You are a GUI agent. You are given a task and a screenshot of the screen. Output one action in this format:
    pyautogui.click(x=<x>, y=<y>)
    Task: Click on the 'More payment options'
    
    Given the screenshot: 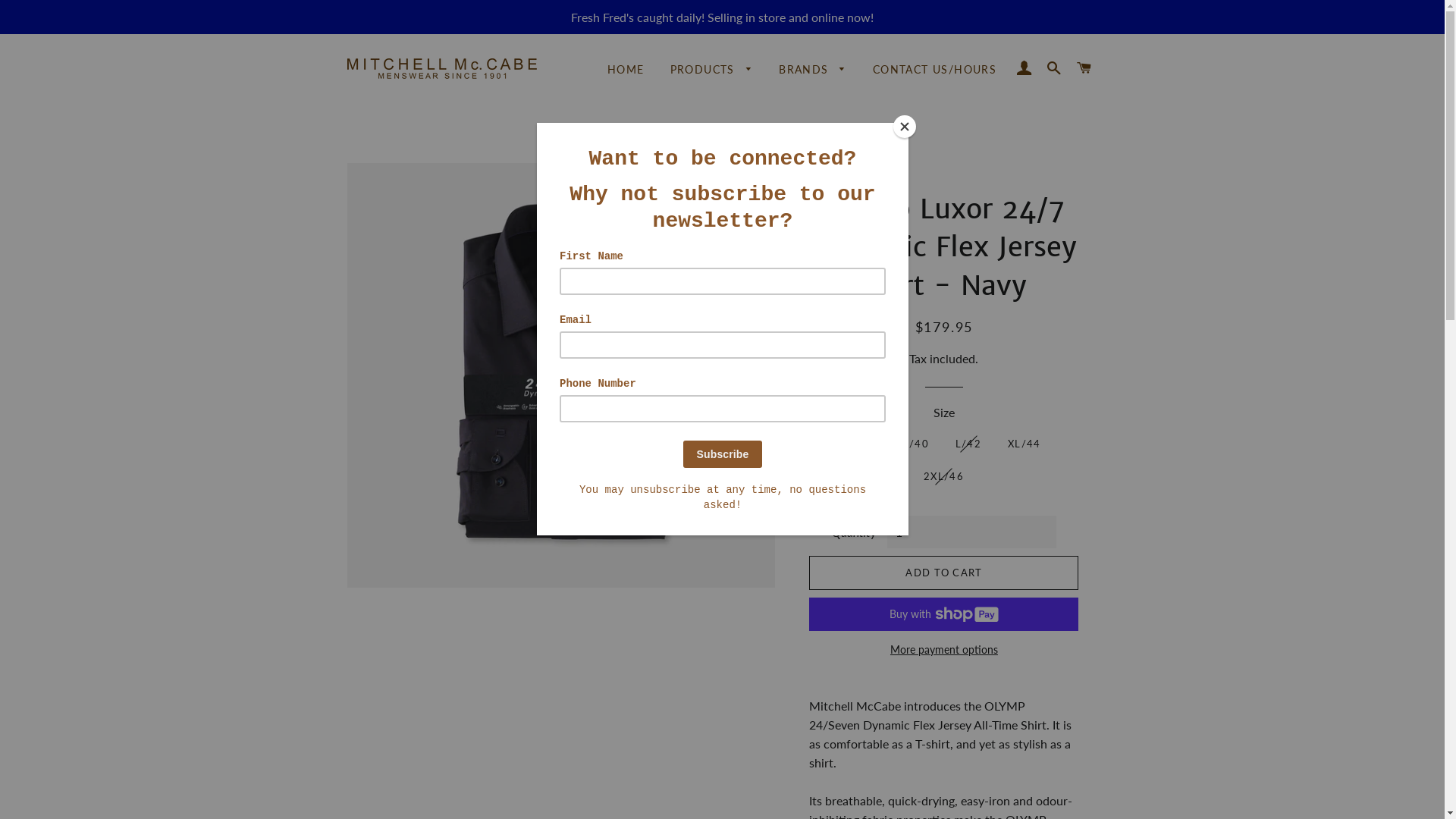 What is the action you would take?
    pyautogui.click(x=943, y=648)
    